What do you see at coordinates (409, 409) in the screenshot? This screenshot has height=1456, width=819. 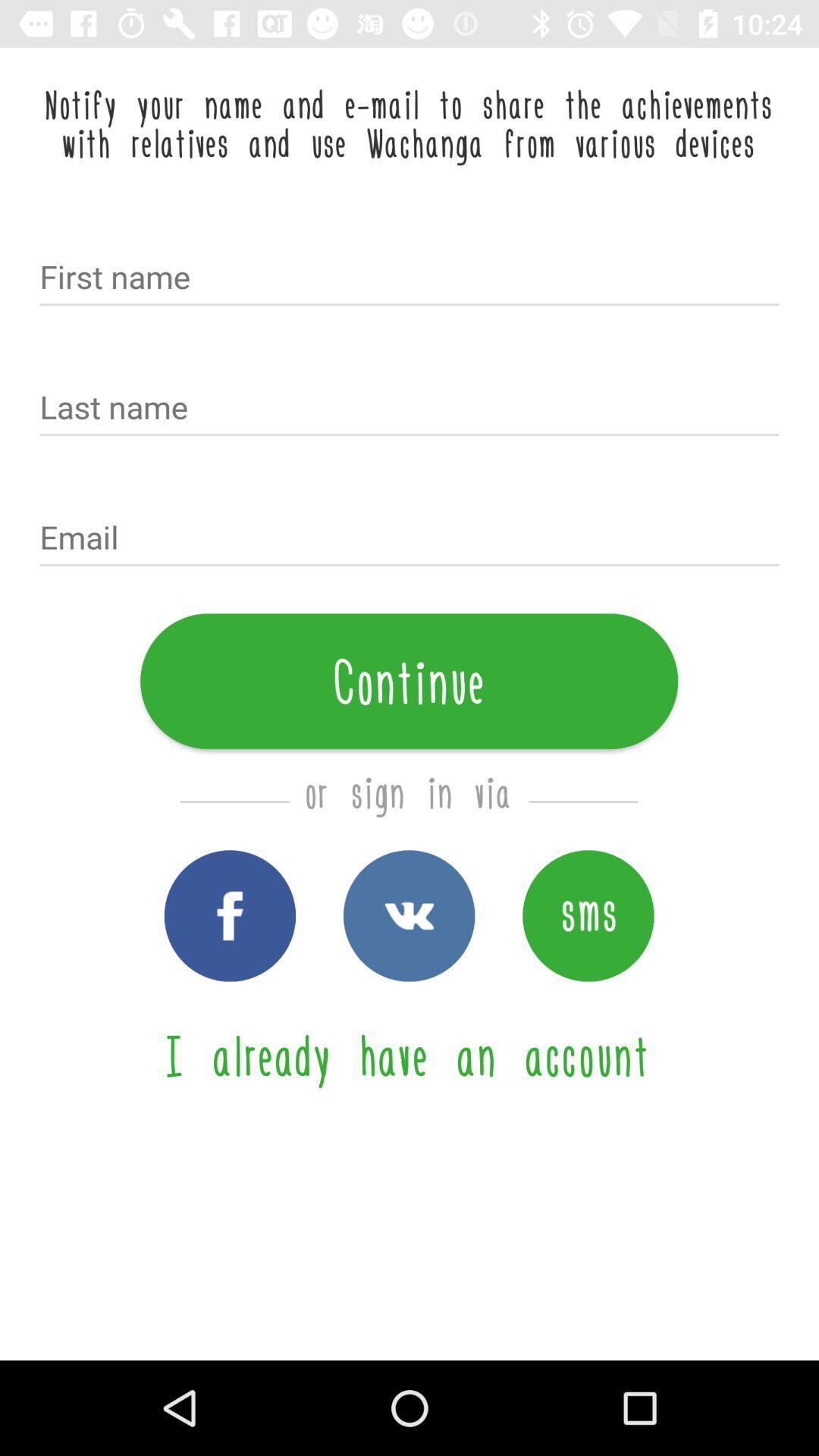 I see `text box for last name` at bounding box center [409, 409].